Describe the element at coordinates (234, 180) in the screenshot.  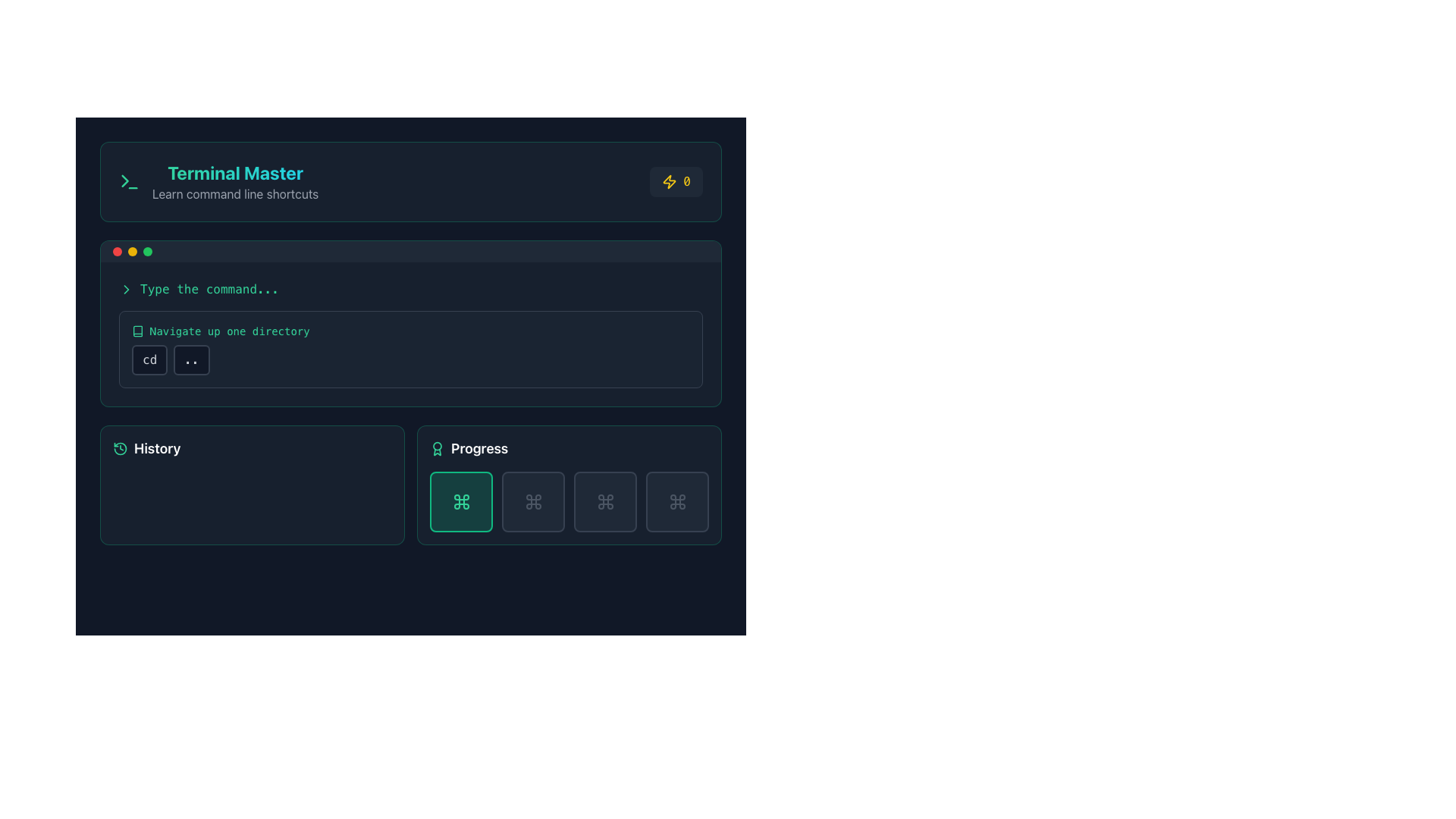
I see `the text element displaying 'Terminal Master' and 'Learn command line shortcuts', which is located near the top-left section of the interface, adjacent to a green terminal icon` at that location.